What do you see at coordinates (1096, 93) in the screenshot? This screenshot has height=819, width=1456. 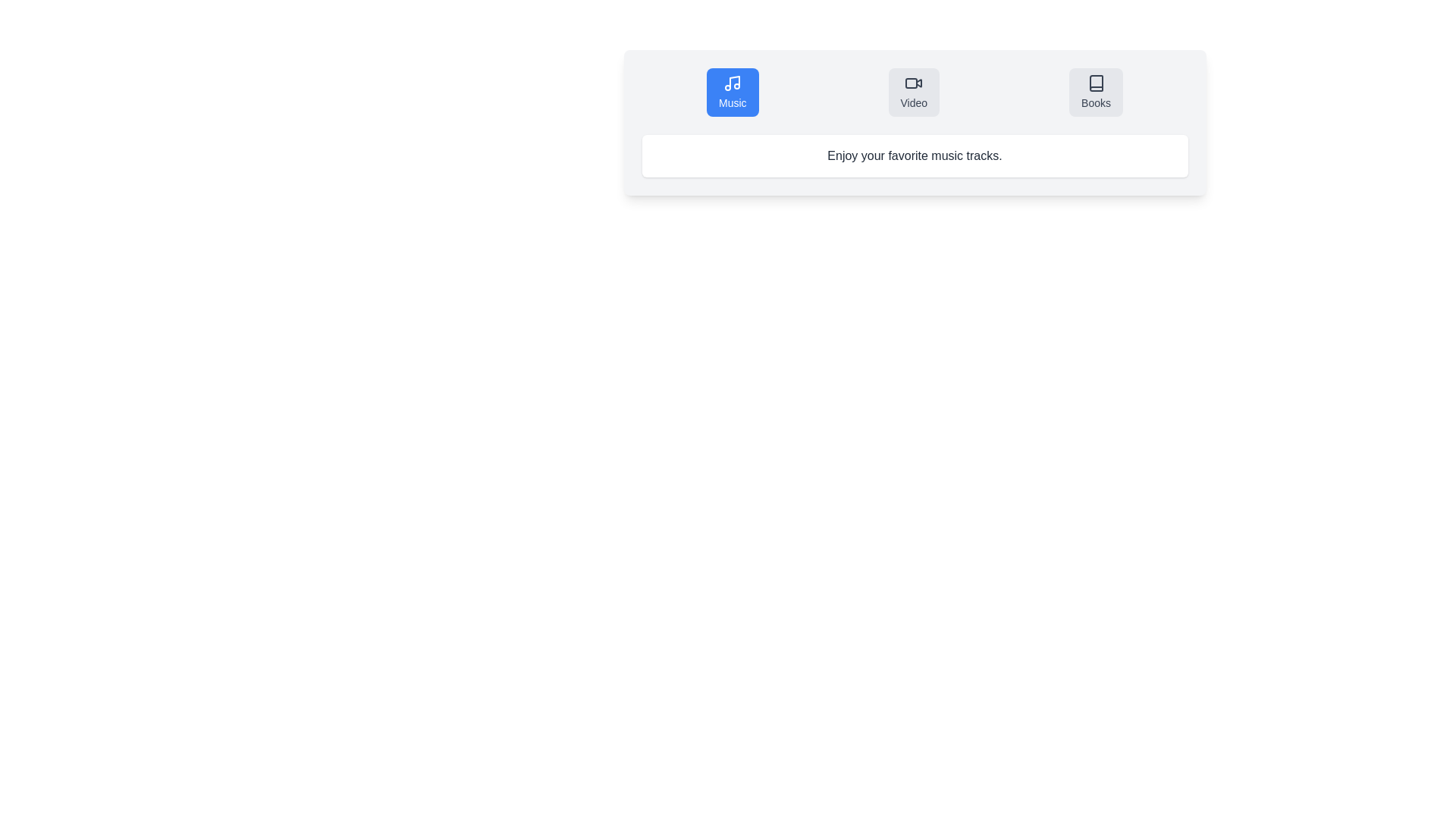 I see `the third button from the left in the upper central part of the interface` at bounding box center [1096, 93].